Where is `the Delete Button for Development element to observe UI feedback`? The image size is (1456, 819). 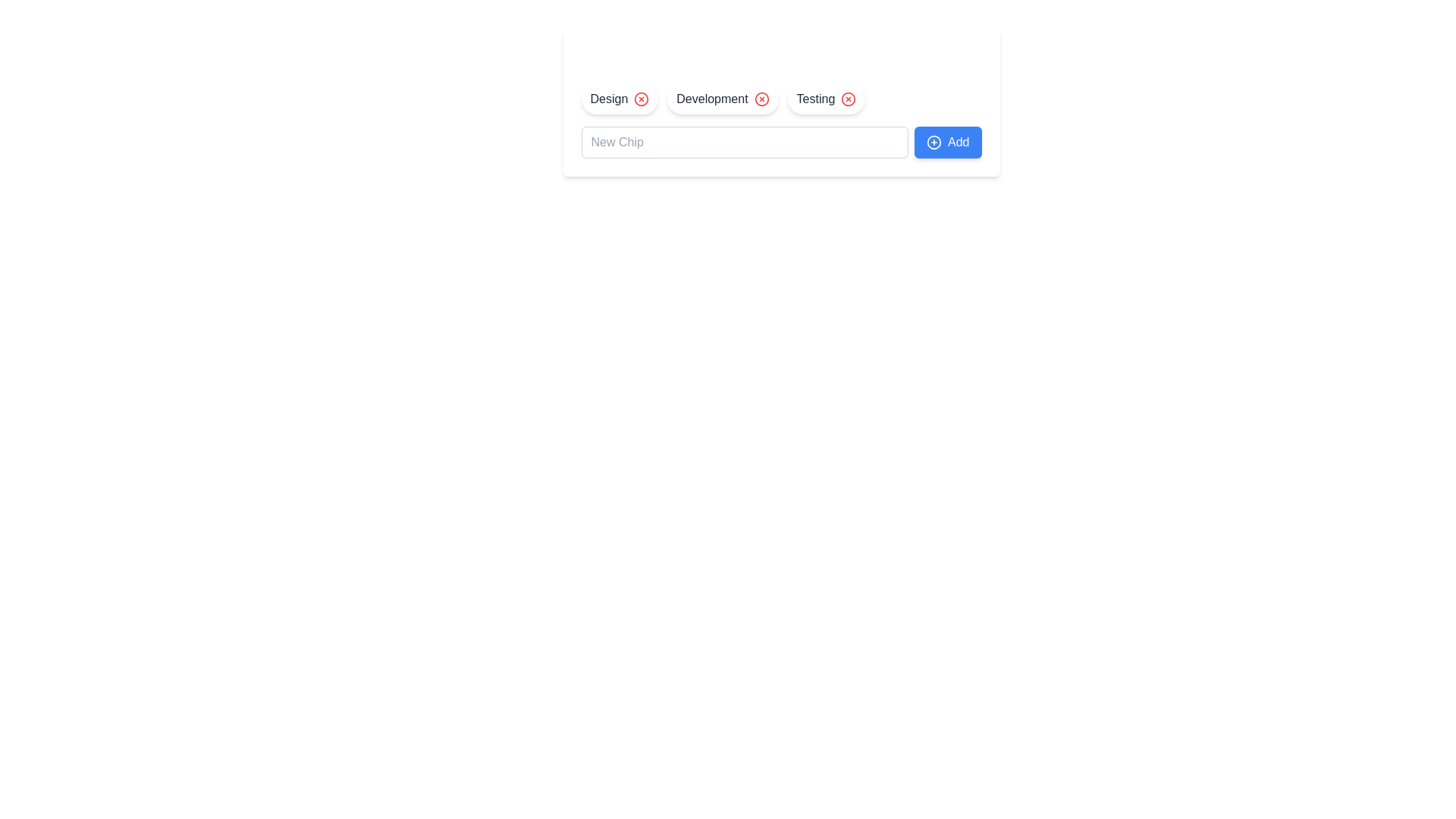 the Delete Button for Development element to observe UI feedback is located at coordinates (761, 99).